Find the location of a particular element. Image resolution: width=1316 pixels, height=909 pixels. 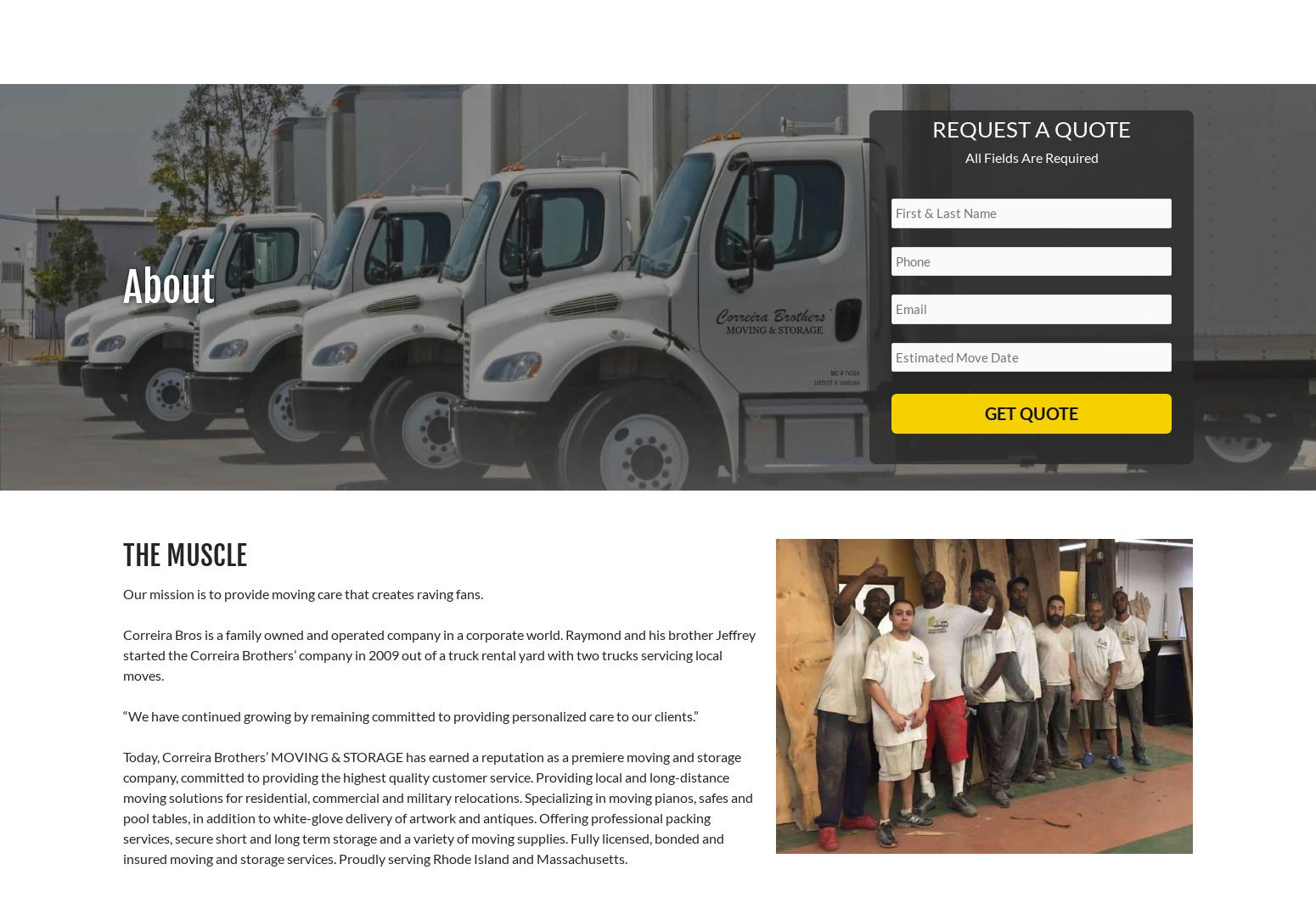

'Home' is located at coordinates (765, 63).